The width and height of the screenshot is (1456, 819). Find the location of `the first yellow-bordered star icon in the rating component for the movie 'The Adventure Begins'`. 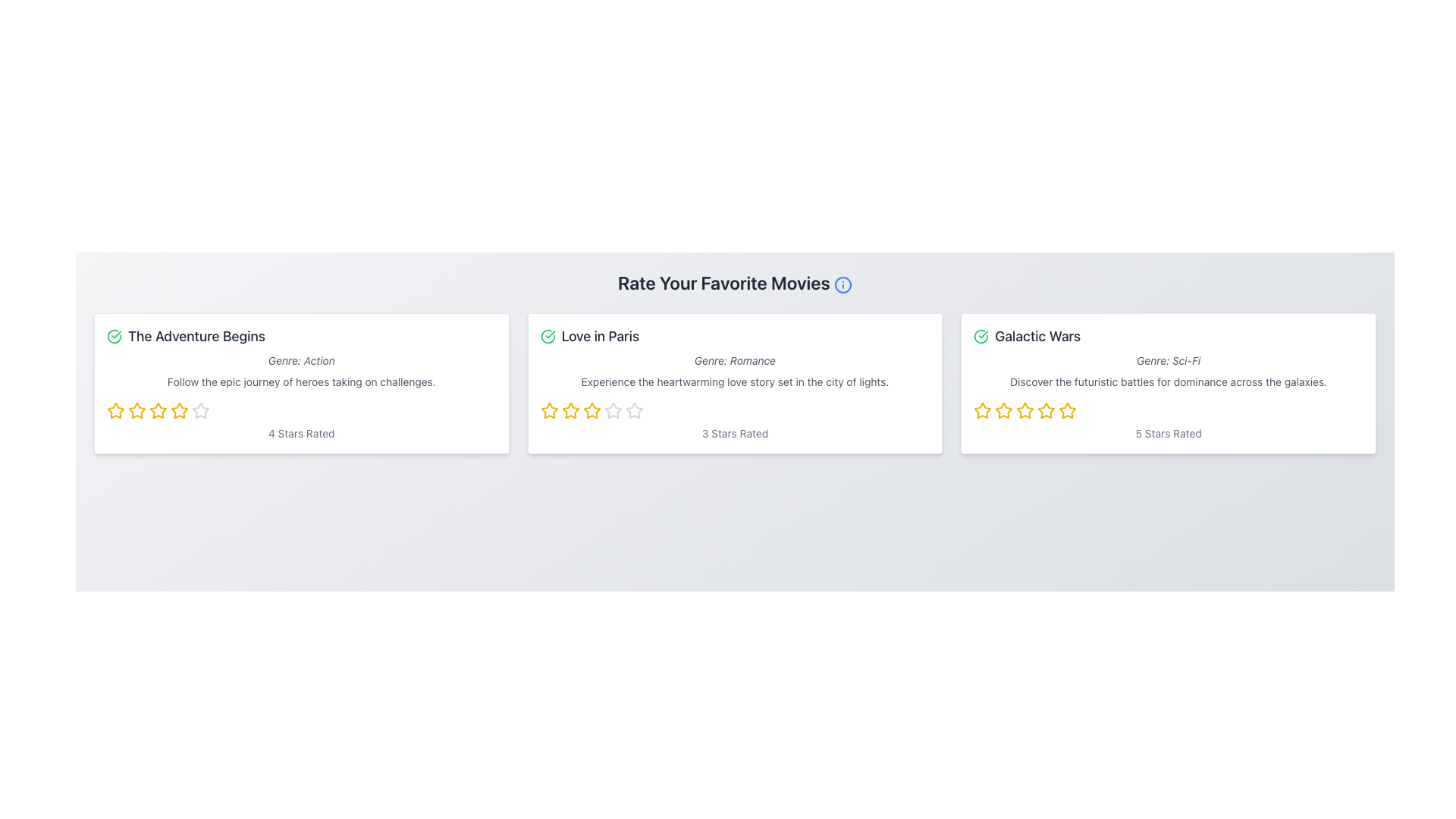

the first yellow-bordered star icon in the rating component for the movie 'The Adventure Begins' is located at coordinates (115, 411).